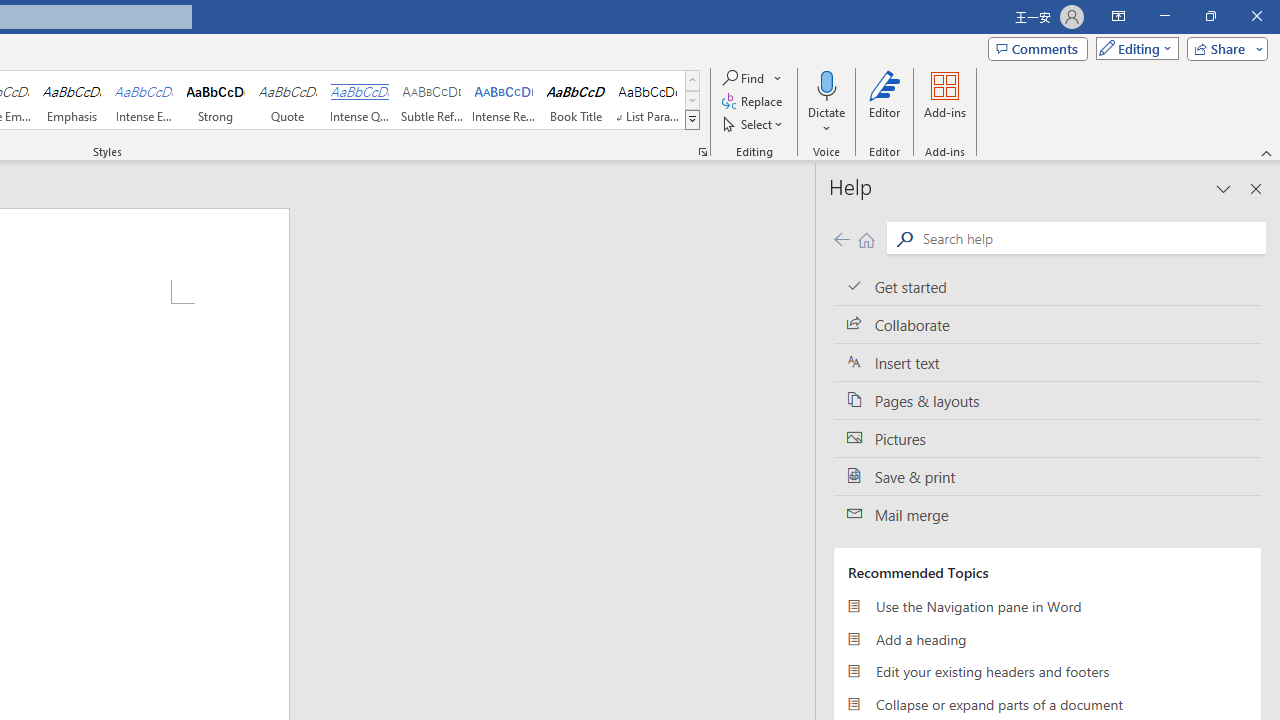 This screenshot has width=1280, height=720. Describe the element at coordinates (884, 103) in the screenshot. I see `'Editor'` at that location.